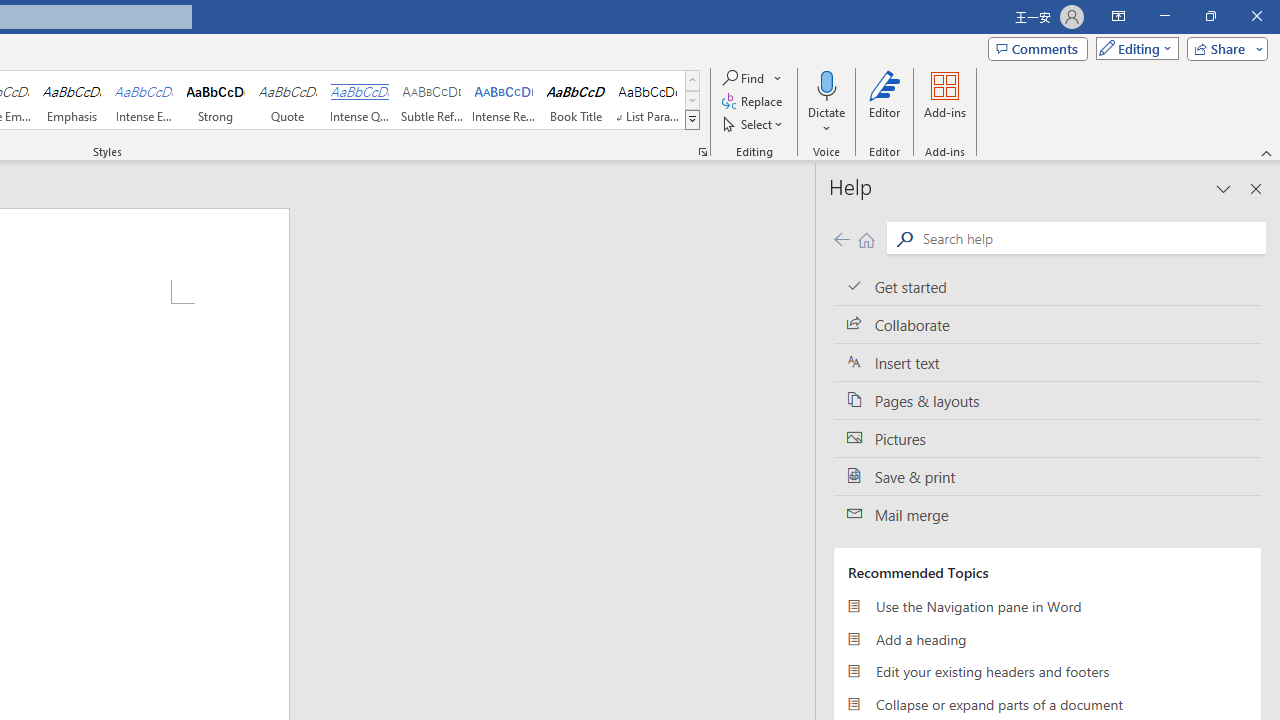 This screenshot has width=1280, height=720. Describe the element at coordinates (884, 103) in the screenshot. I see `'Editor'` at that location.